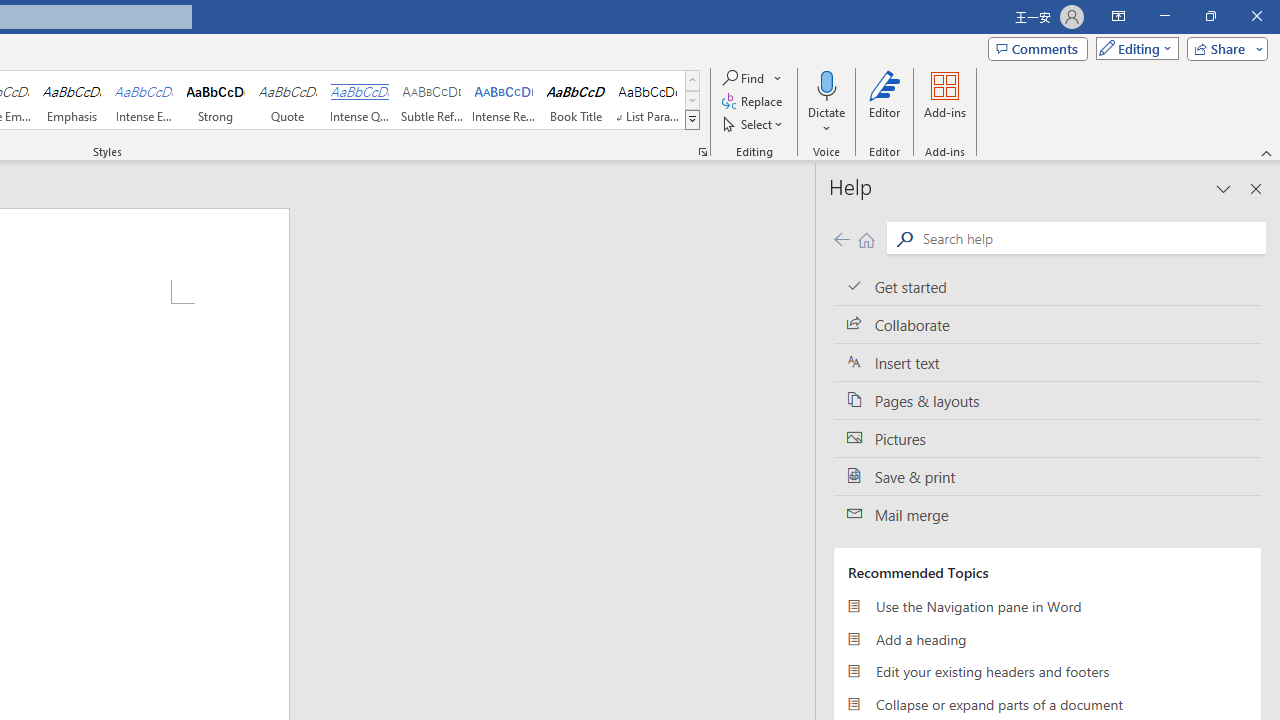 This screenshot has width=1280, height=720. Describe the element at coordinates (884, 103) in the screenshot. I see `'Editor'` at that location.